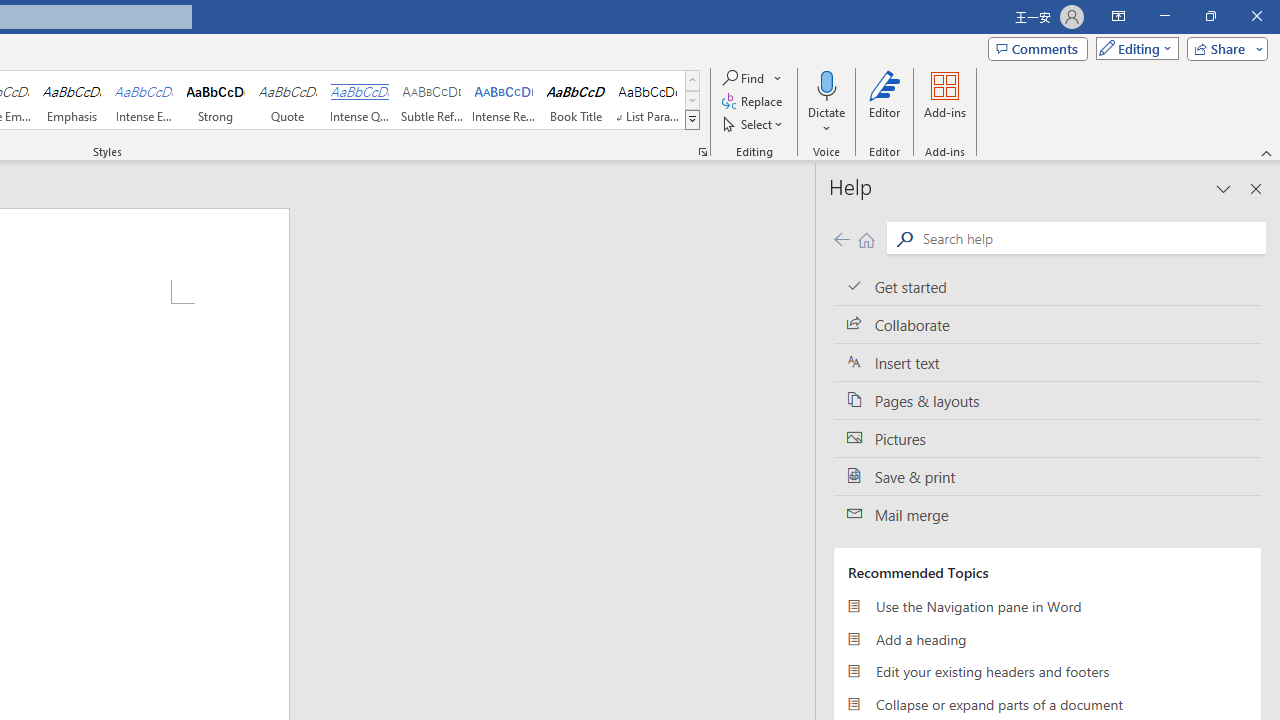 This screenshot has width=1280, height=720. Describe the element at coordinates (884, 103) in the screenshot. I see `'Editor'` at that location.